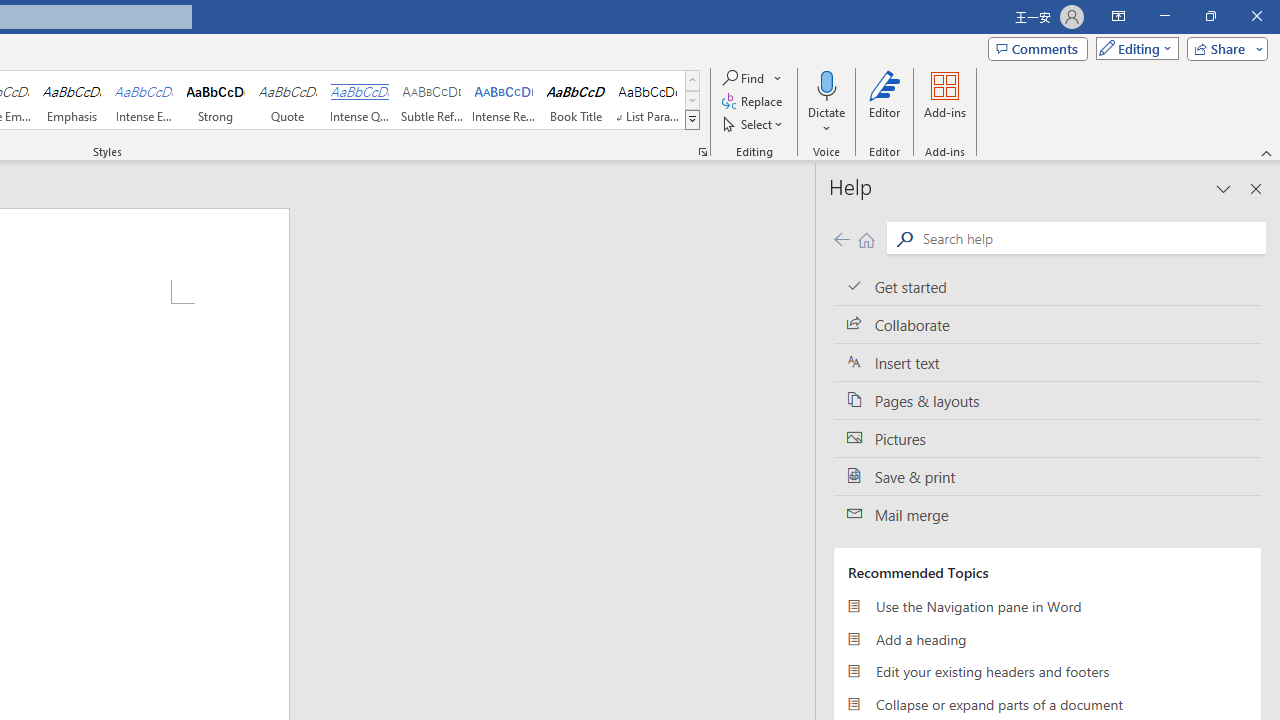 This screenshot has width=1280, height=720. Describe the element at coordinates (884, 103) in the screenshot. I see `'Editor'` at that location.